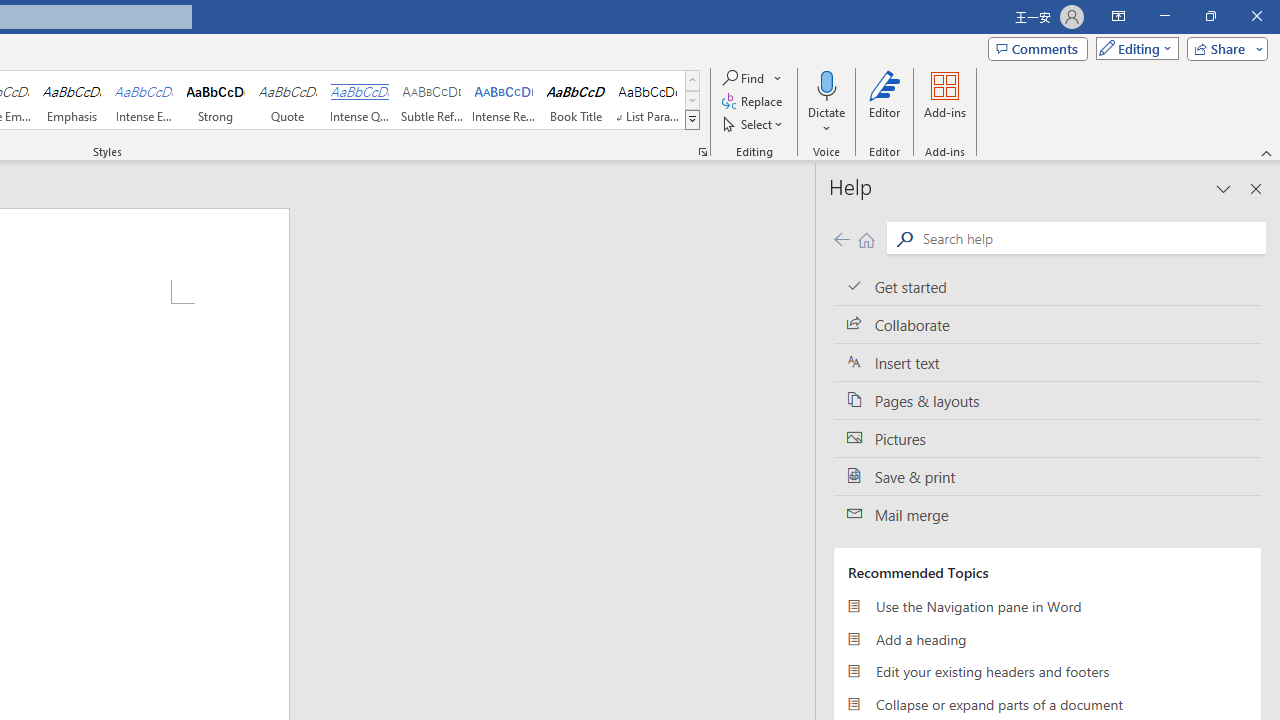 This screenshot has width=1280, height=720. Describe the element at coordinates (884, 103) in the screenshot. I see `'Editor'` at that location.